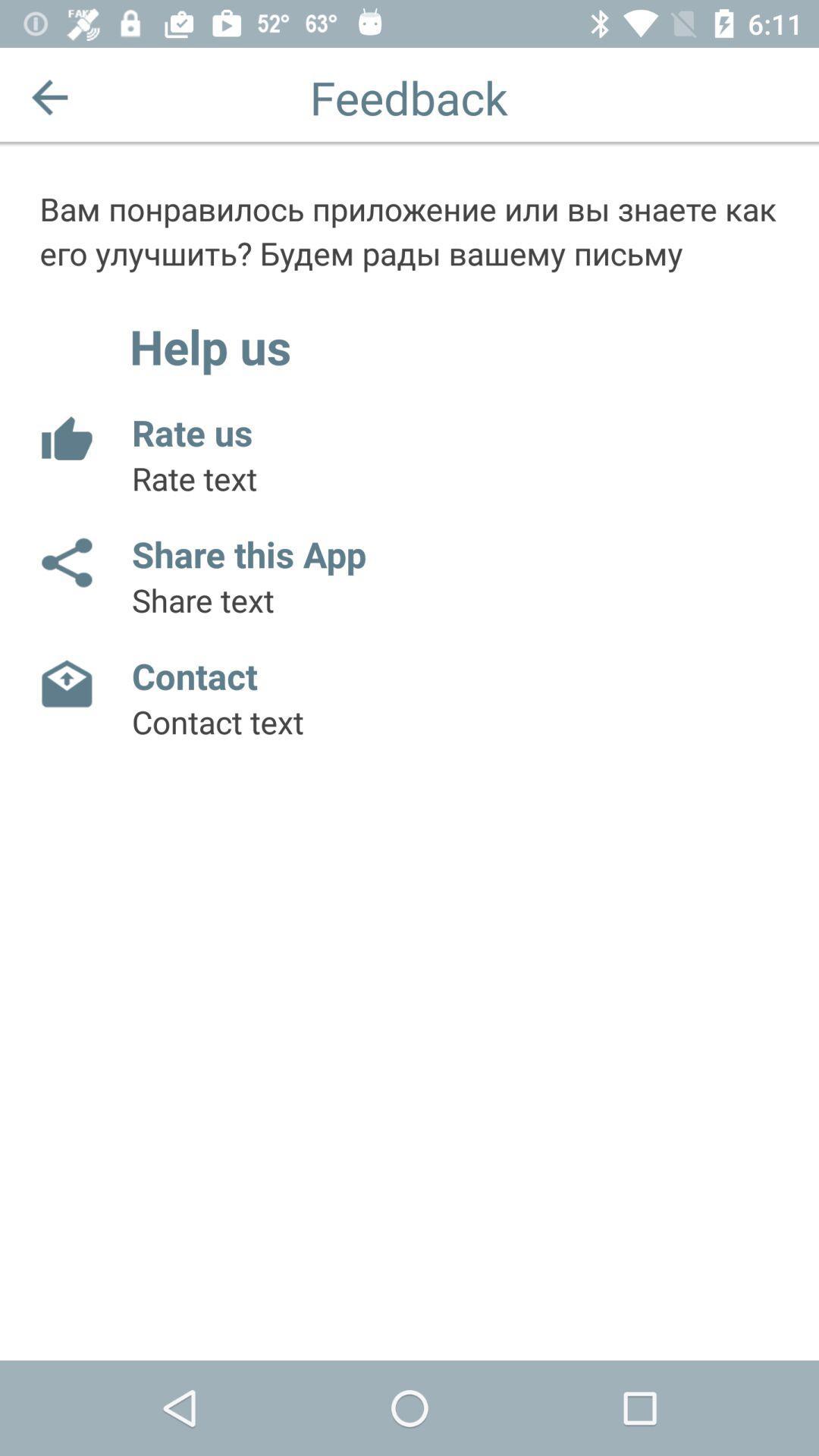 Image resolution: width=819 pixels, height=1456 pixels. What do you see at coordinates (65, 683) in the screenshot?
I see `contact` at bounding box center [65, 683].